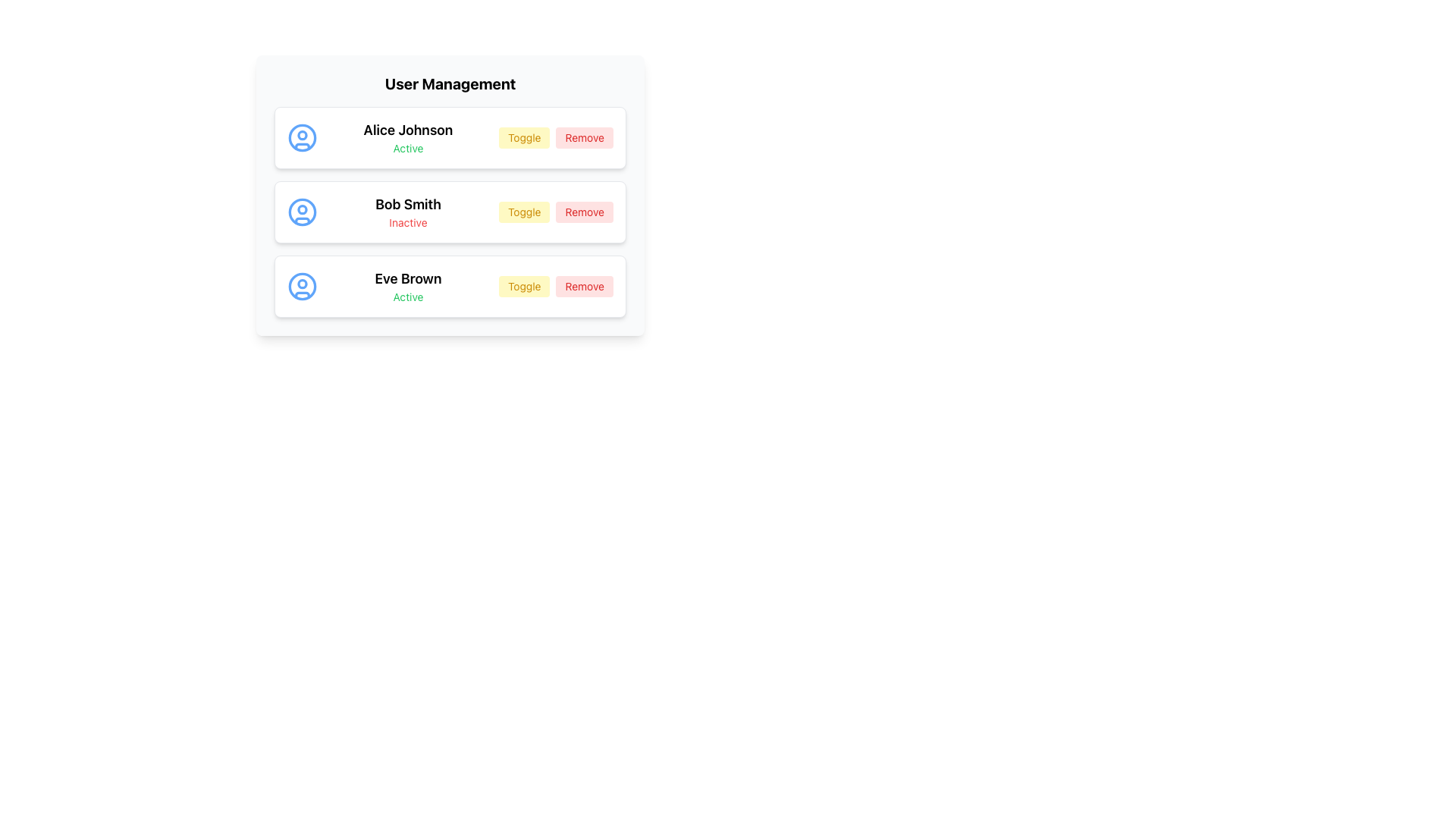 This screenshot has height=819, width=1456. What do you see at coordinates (408, 222) in the screenshot?
I see `the static text element displaying 'Inactive', which is located below the 'Bob Smith' text and adjacent to the 'Toggle' and 'Remove' buttons` at bounding box center [408, 222].